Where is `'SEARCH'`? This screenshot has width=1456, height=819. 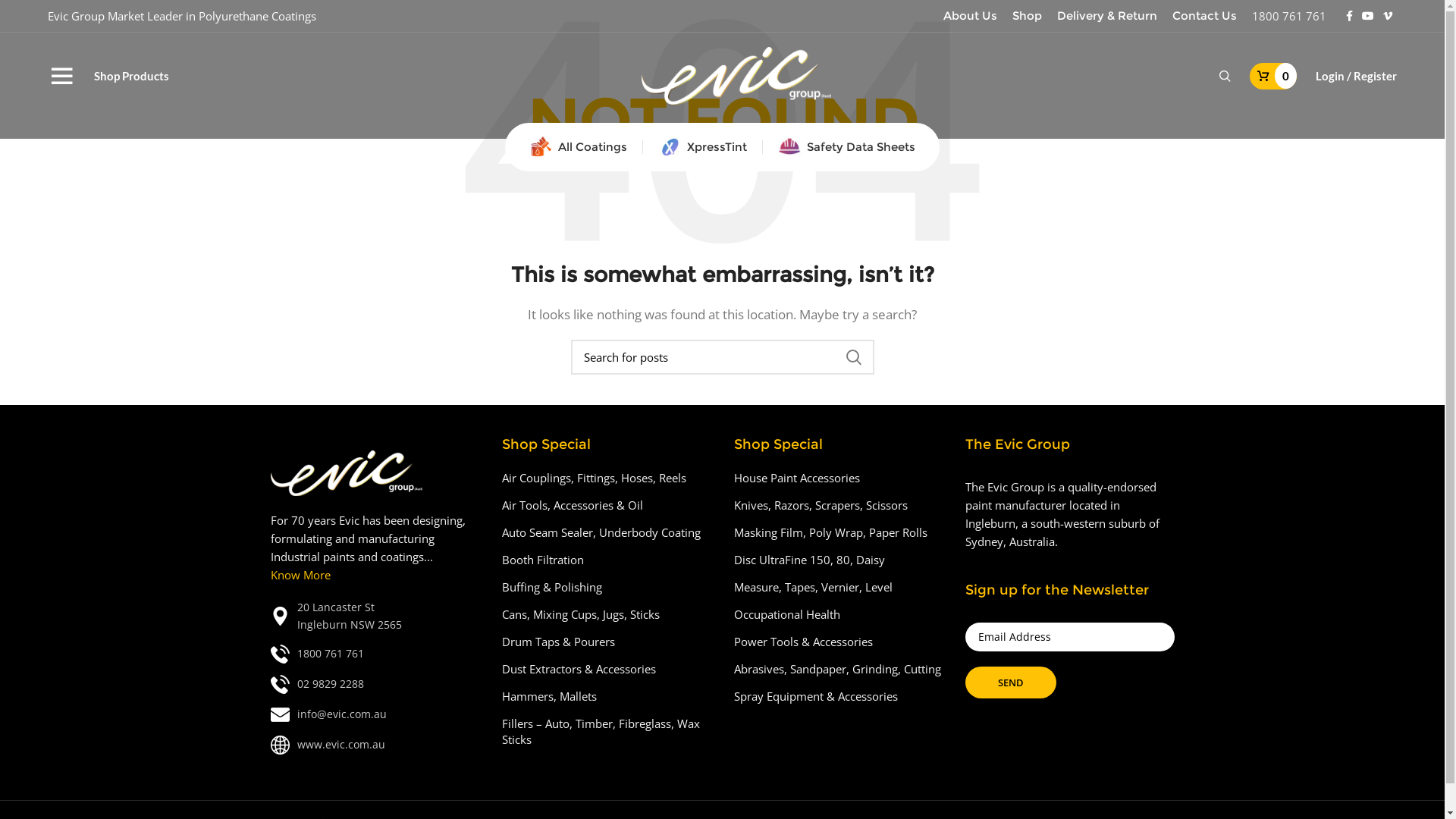 'SEARCH' is located at coordinates (852, 356).